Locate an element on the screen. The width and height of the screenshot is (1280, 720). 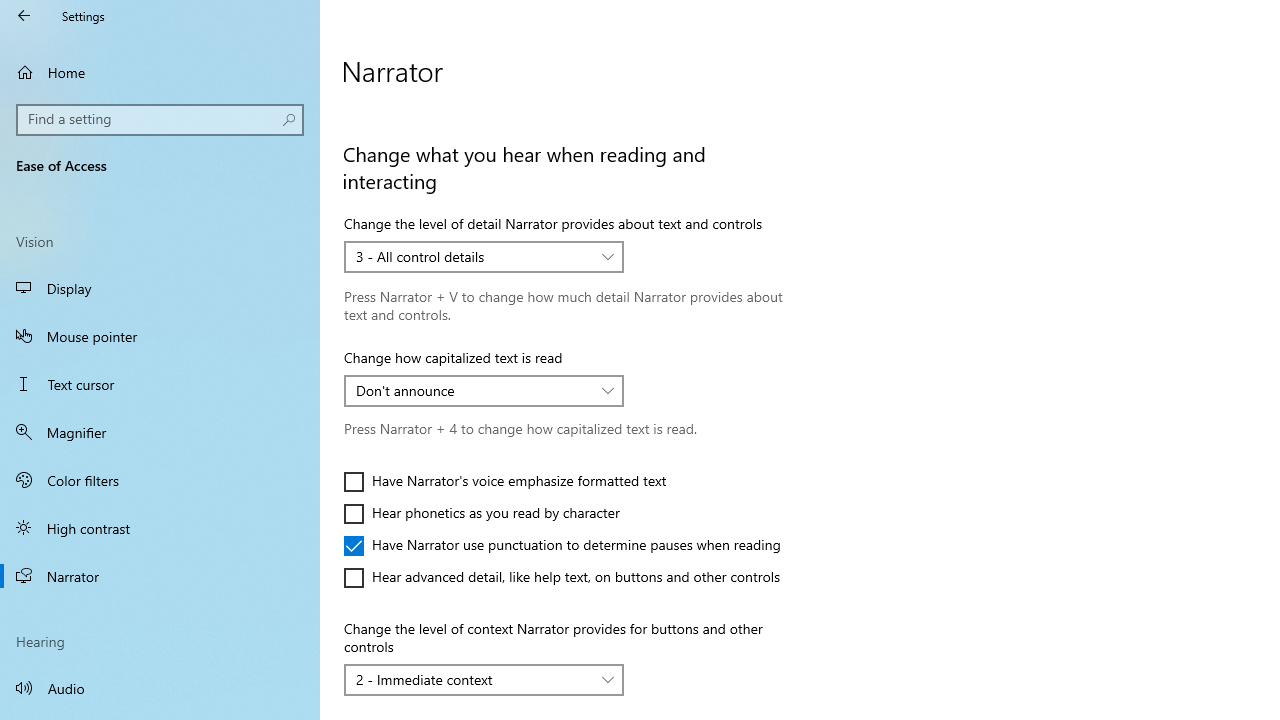
'Hear phonetics as you read by character' is located at coordinates (481, 513).